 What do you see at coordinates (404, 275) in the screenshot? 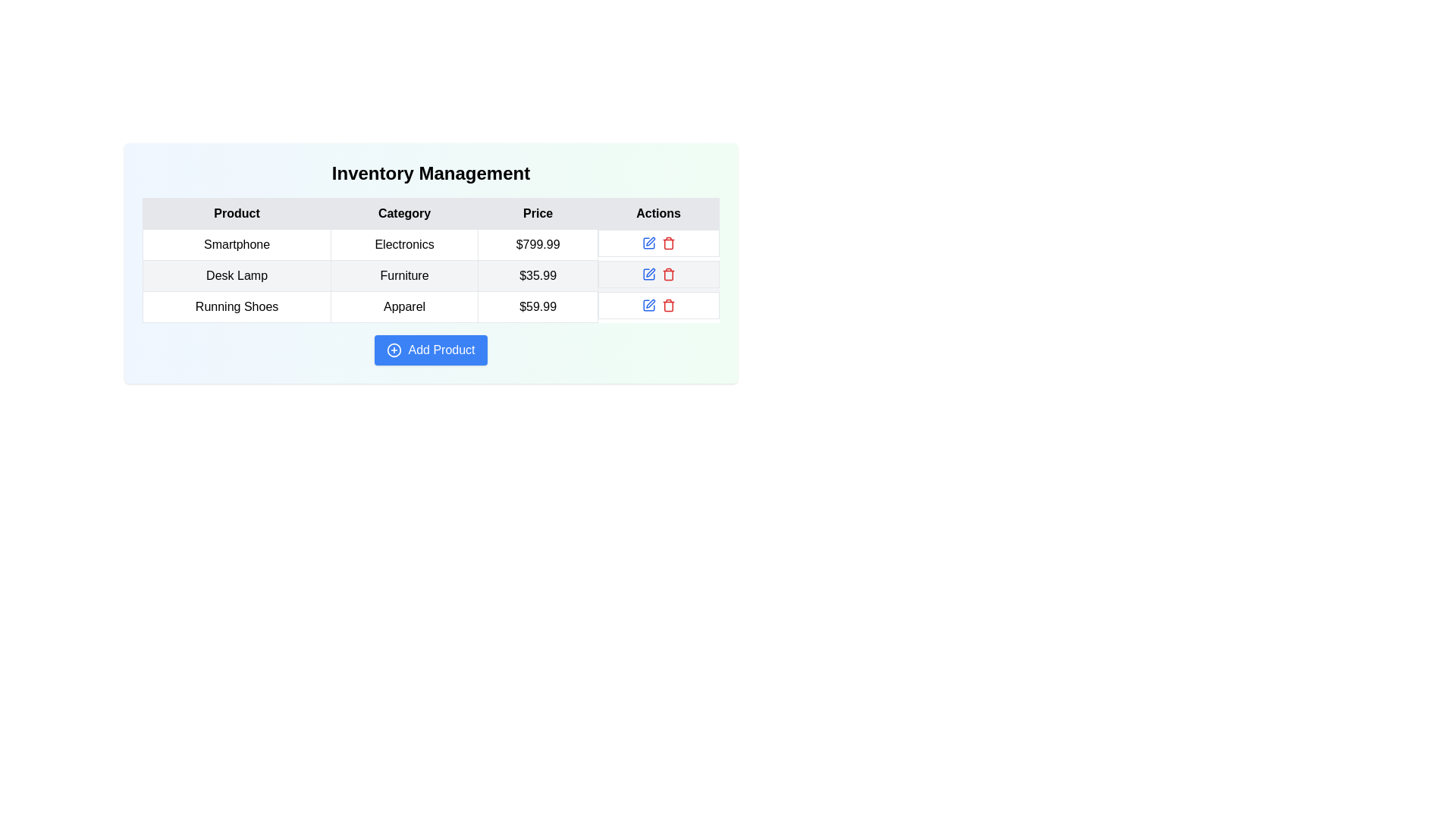
I see `the Text label that categorizes the 'Desk Lamp' product under the 'Furniture' genre, which is the second entry in the 'Category' column of the table` at bounding box center [404, 275].